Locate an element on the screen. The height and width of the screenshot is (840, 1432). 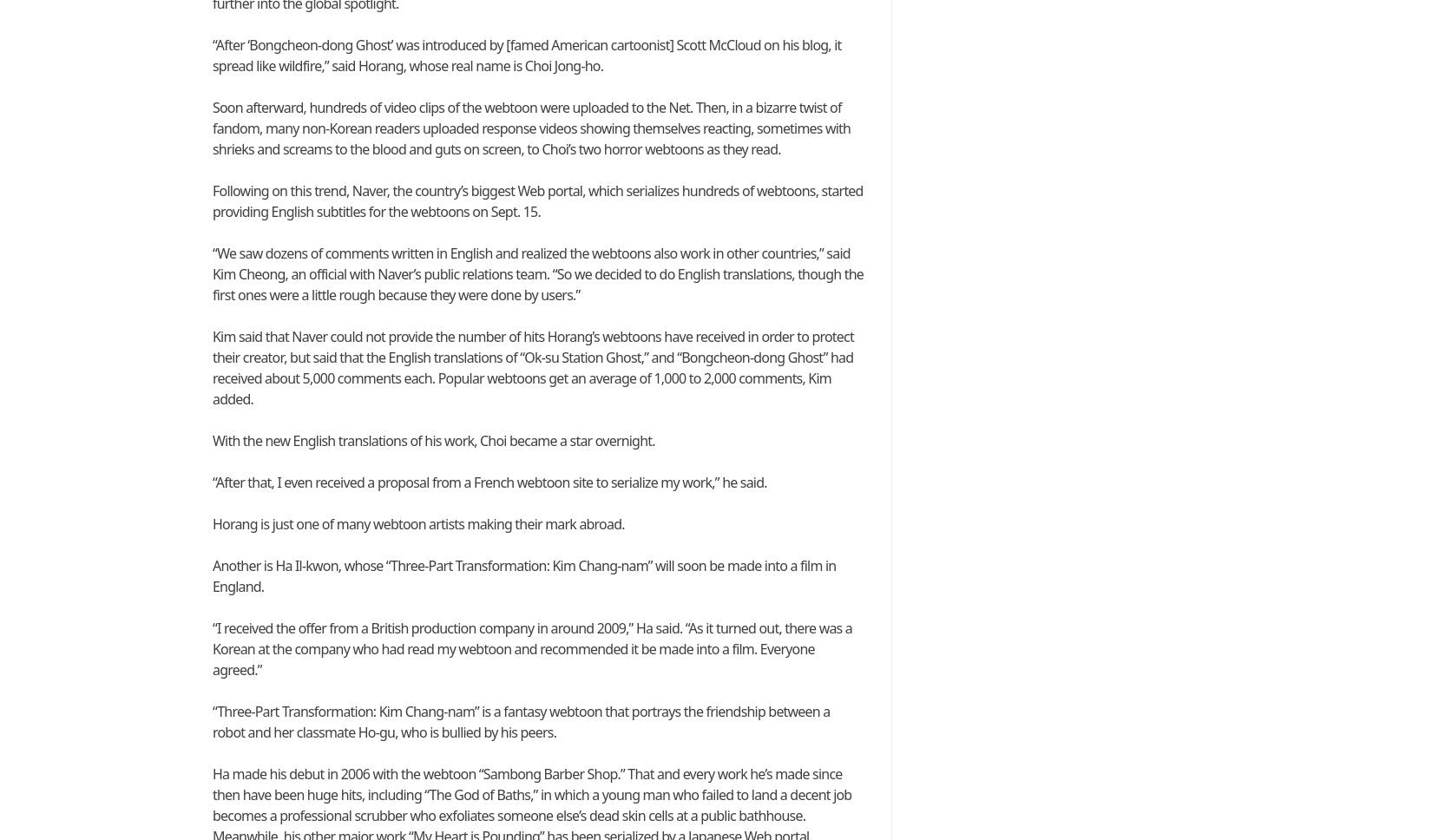
'“After that, I even received a proposal from a French webtoon site to serialize my work,” he said.' is located at coordinates (488, 482).